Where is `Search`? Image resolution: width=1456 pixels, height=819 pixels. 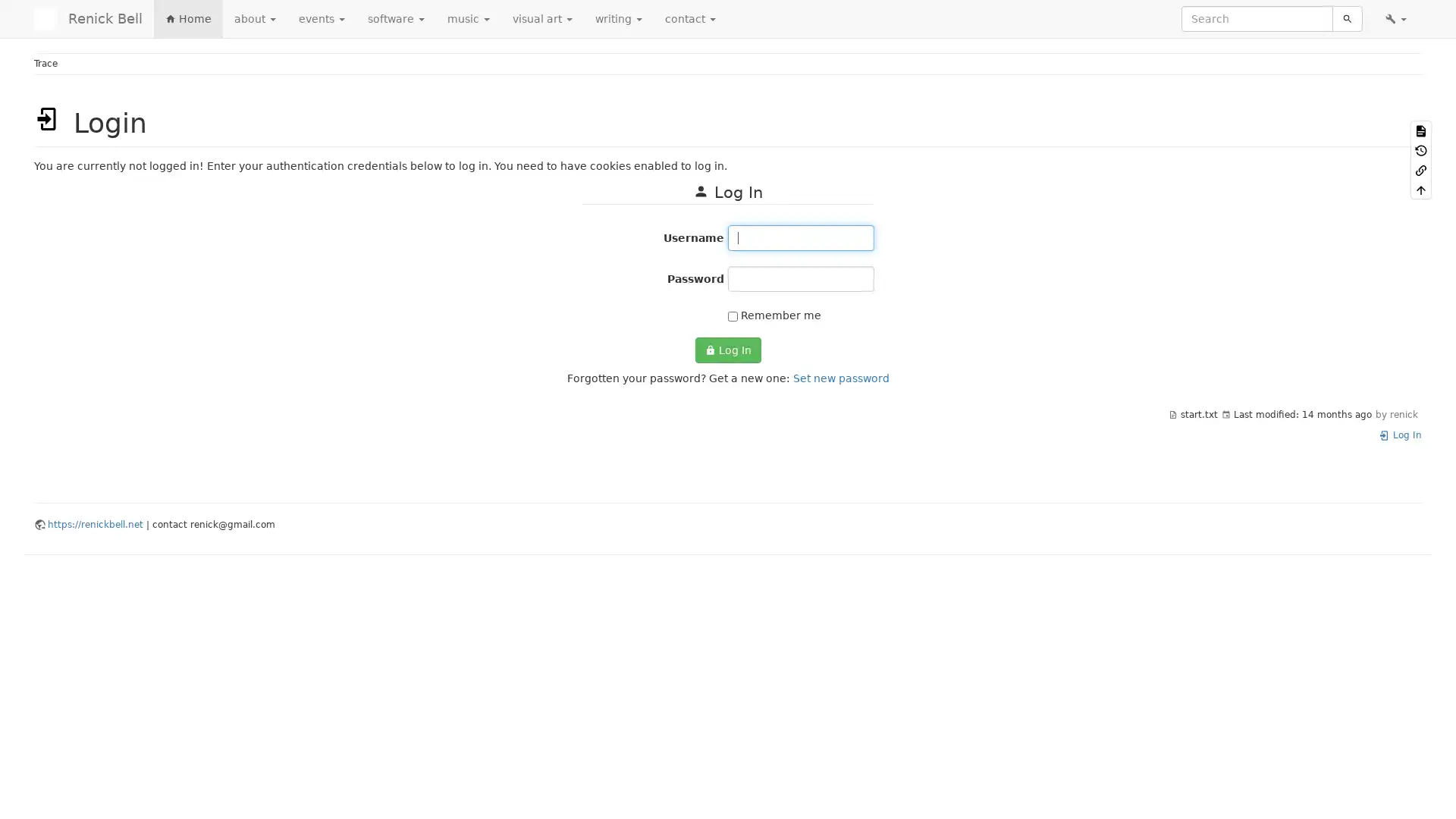 Search is located at coordinates (1347, 18).